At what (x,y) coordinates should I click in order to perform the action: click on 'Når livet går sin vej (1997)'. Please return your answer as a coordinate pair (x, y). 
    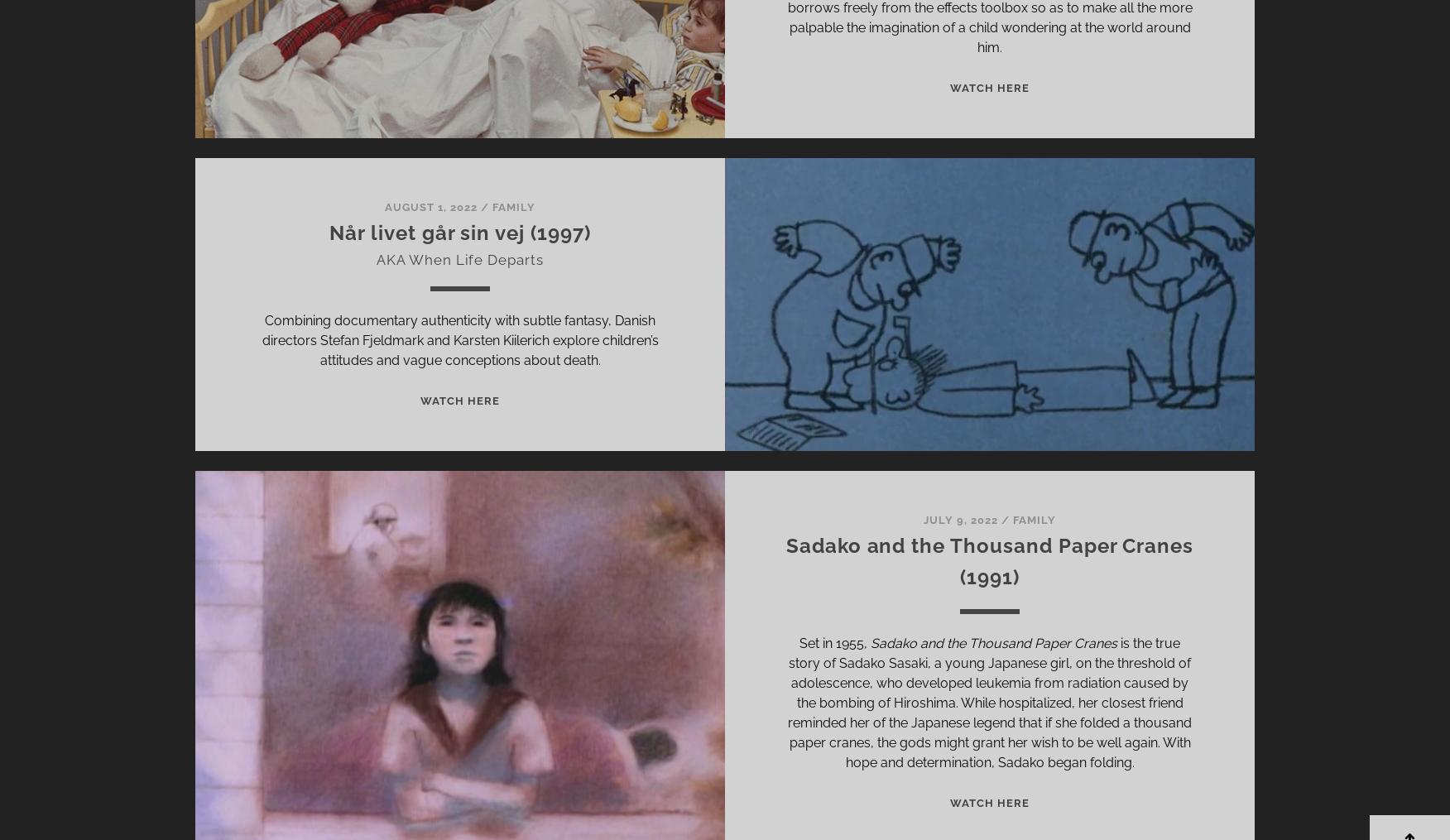
    Looking at the image, I should click on (459, 233).